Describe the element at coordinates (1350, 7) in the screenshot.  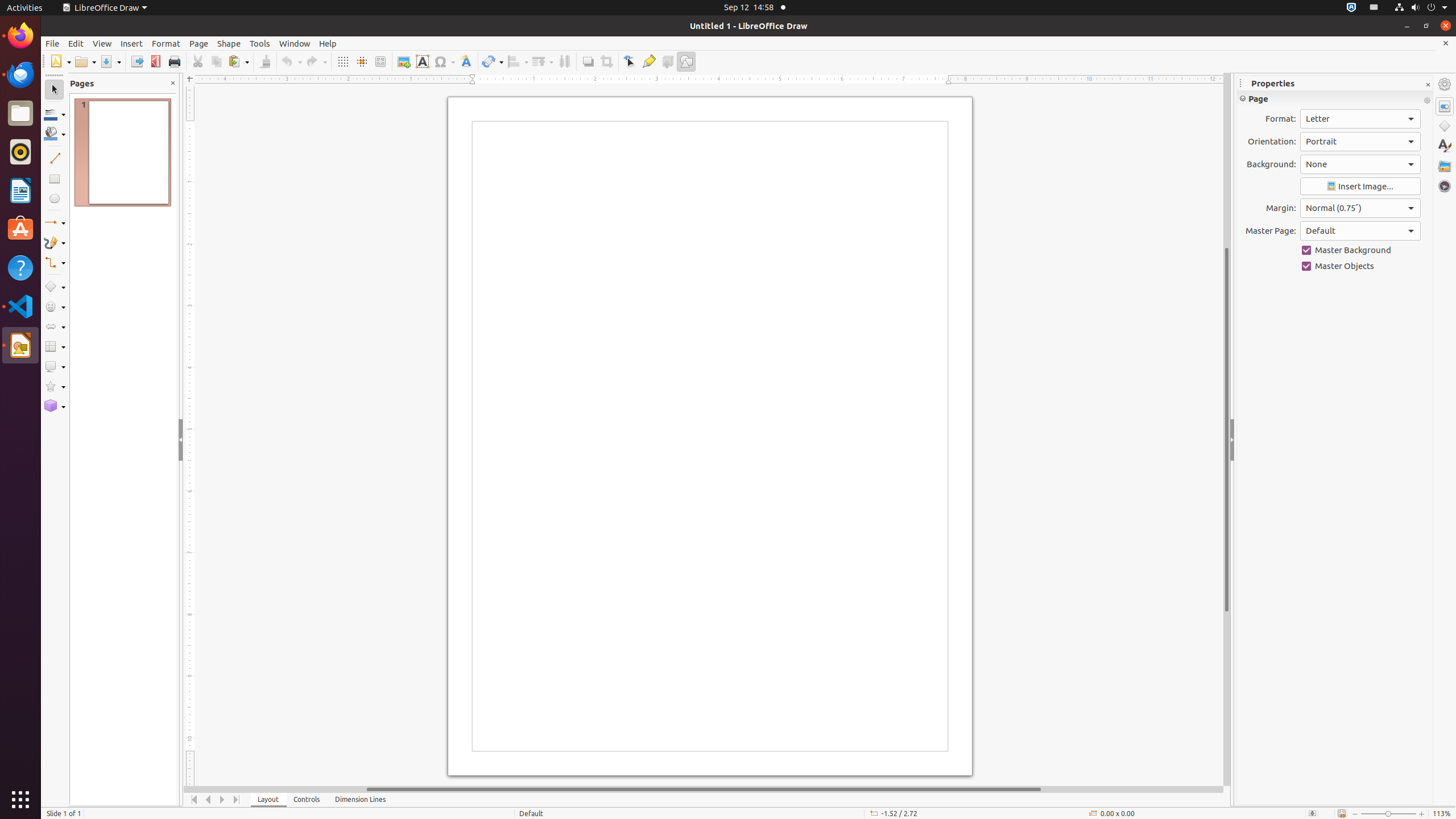
I see `':1.72/StatusNotifierItem'` at that location.